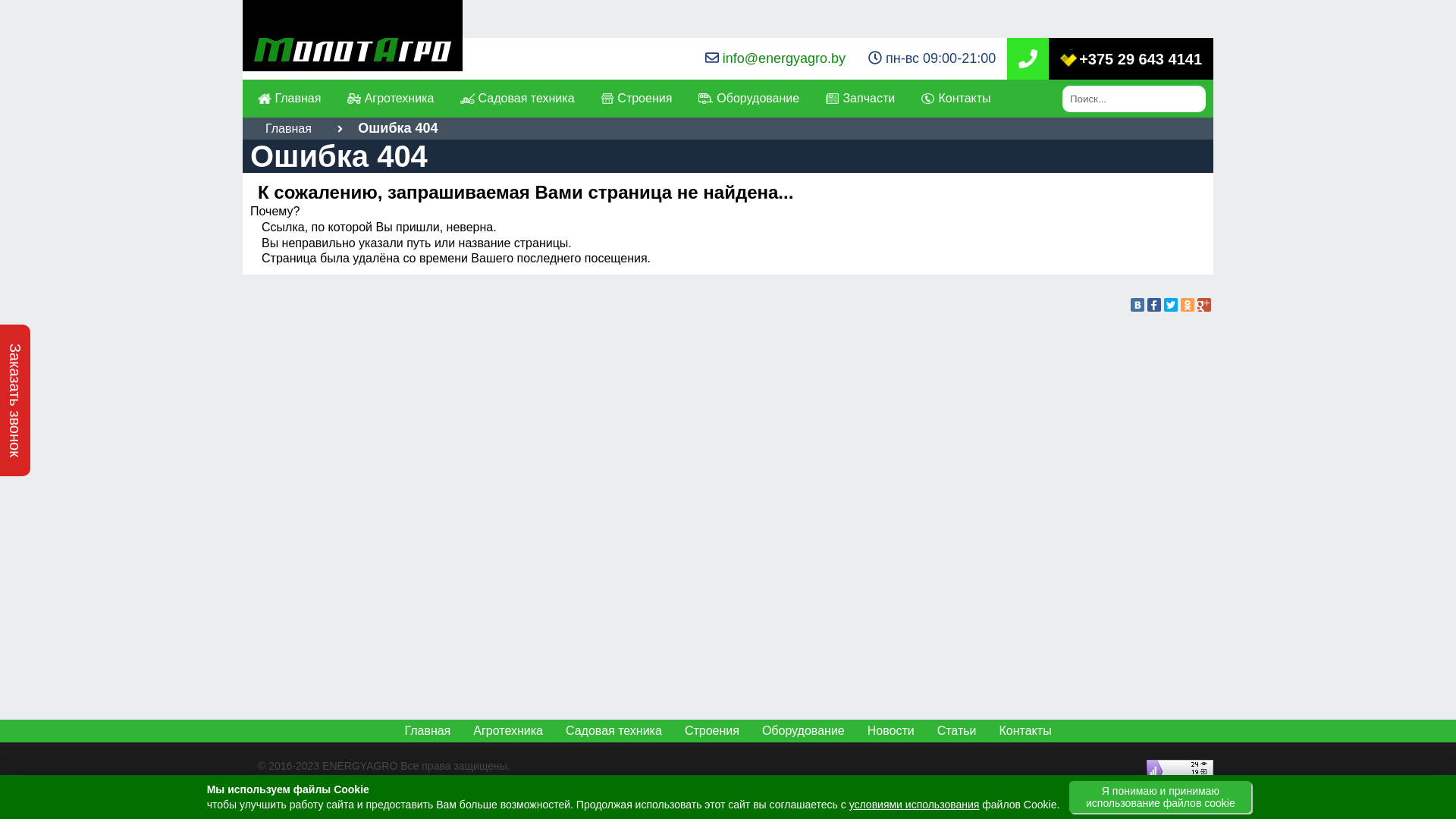  Describe the element at coordinates (379, 783) in the screenshot. I see `'PurpleLabs'` at that location.